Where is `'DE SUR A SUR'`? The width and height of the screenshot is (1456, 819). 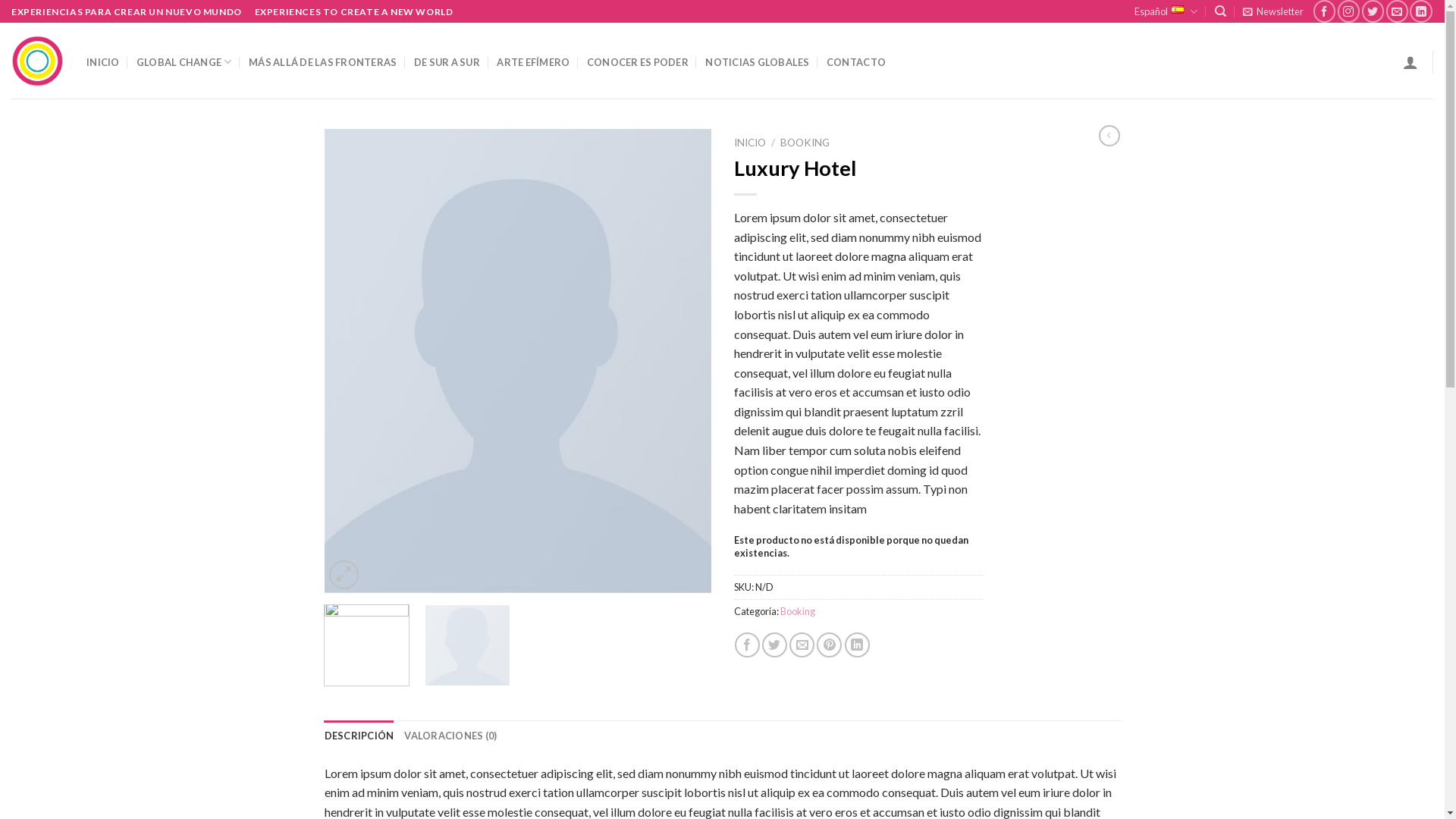 'DE SUR A SUR' is located at coordinates (446, 61).